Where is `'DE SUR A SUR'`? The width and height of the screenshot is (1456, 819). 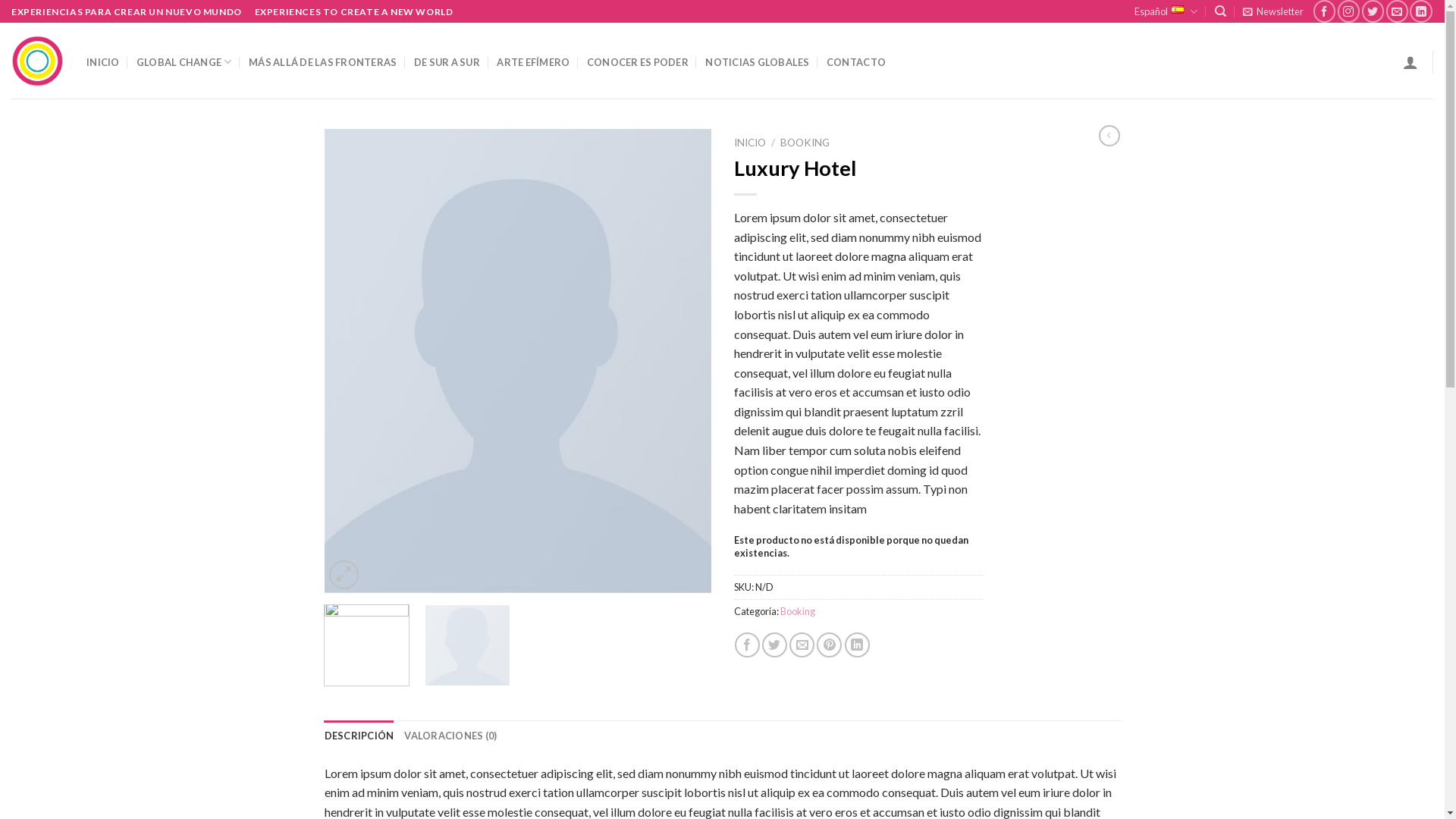 'DE SUR A SUR' is located at coordinates (446, 61).